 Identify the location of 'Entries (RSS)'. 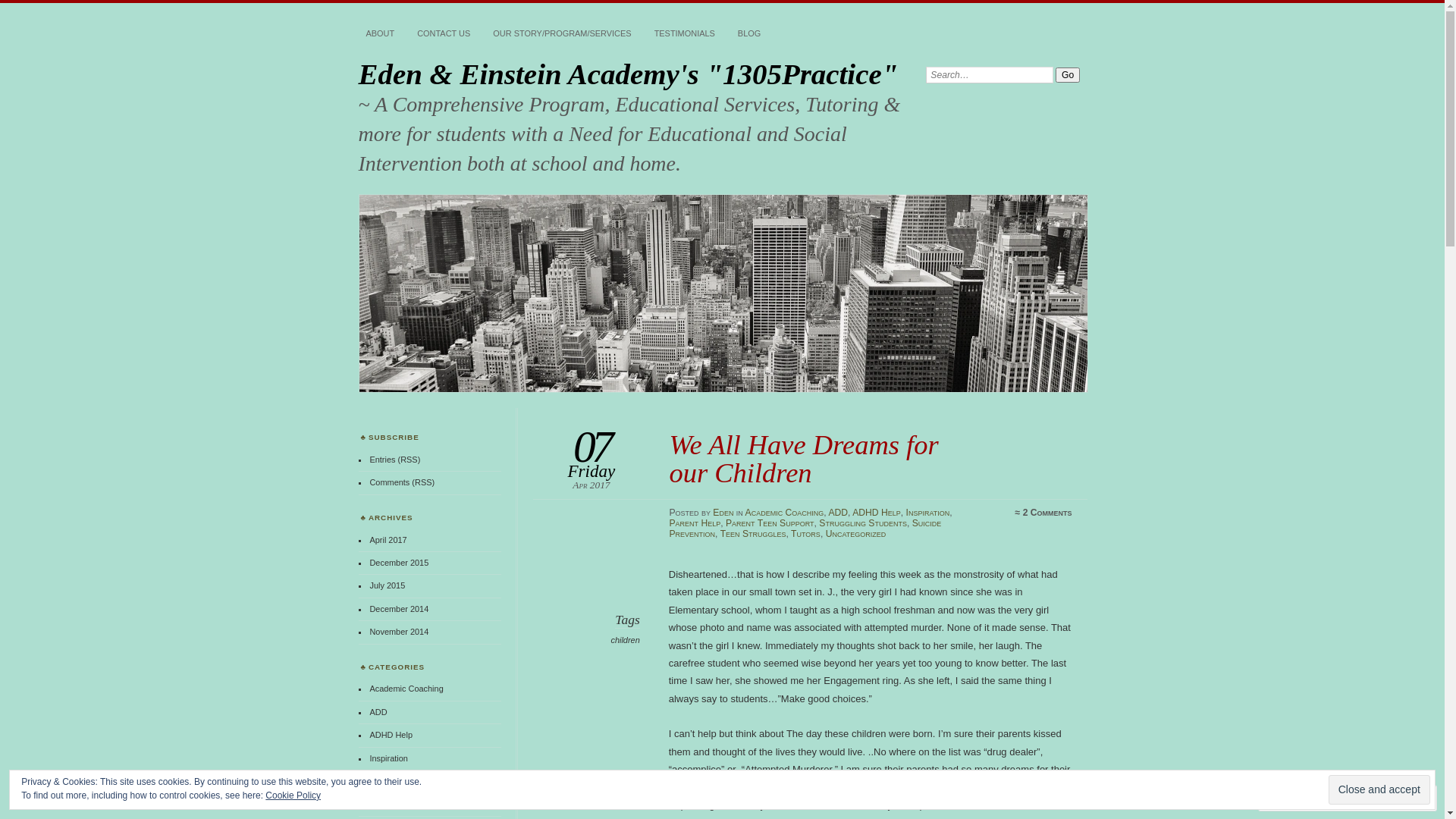
(394, 458).